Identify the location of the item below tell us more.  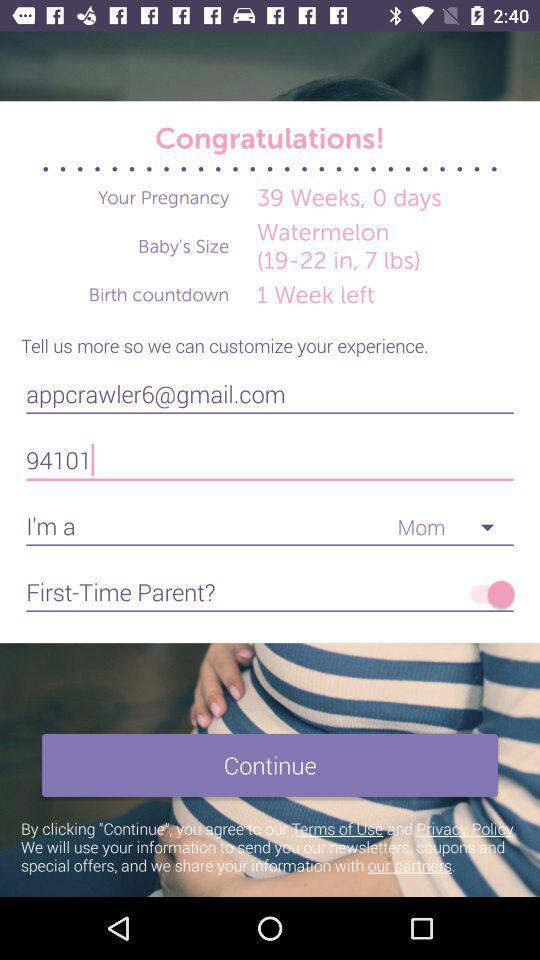
(270, 393).